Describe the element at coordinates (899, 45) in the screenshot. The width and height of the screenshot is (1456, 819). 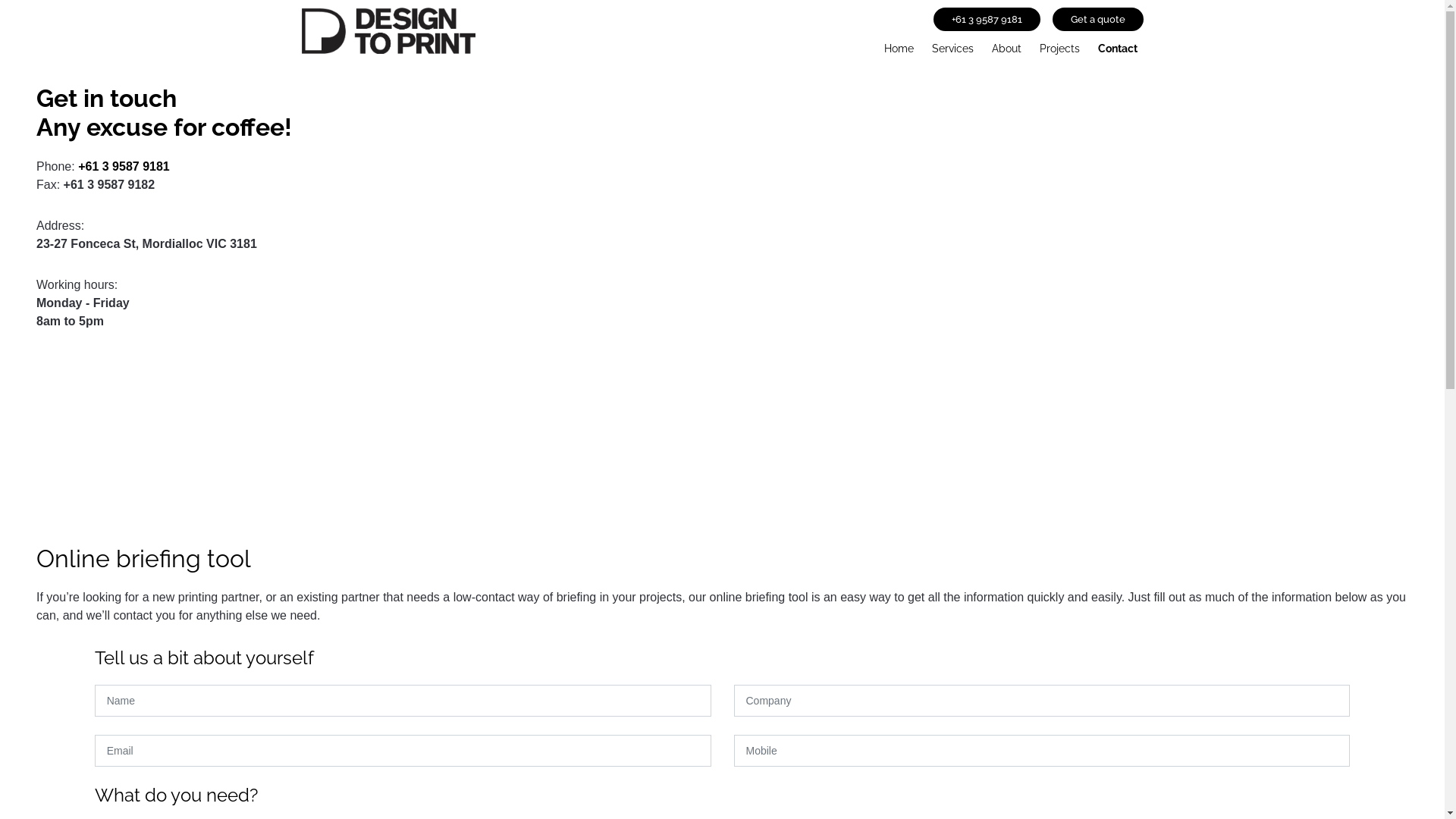
I see `'Home'` at that location.